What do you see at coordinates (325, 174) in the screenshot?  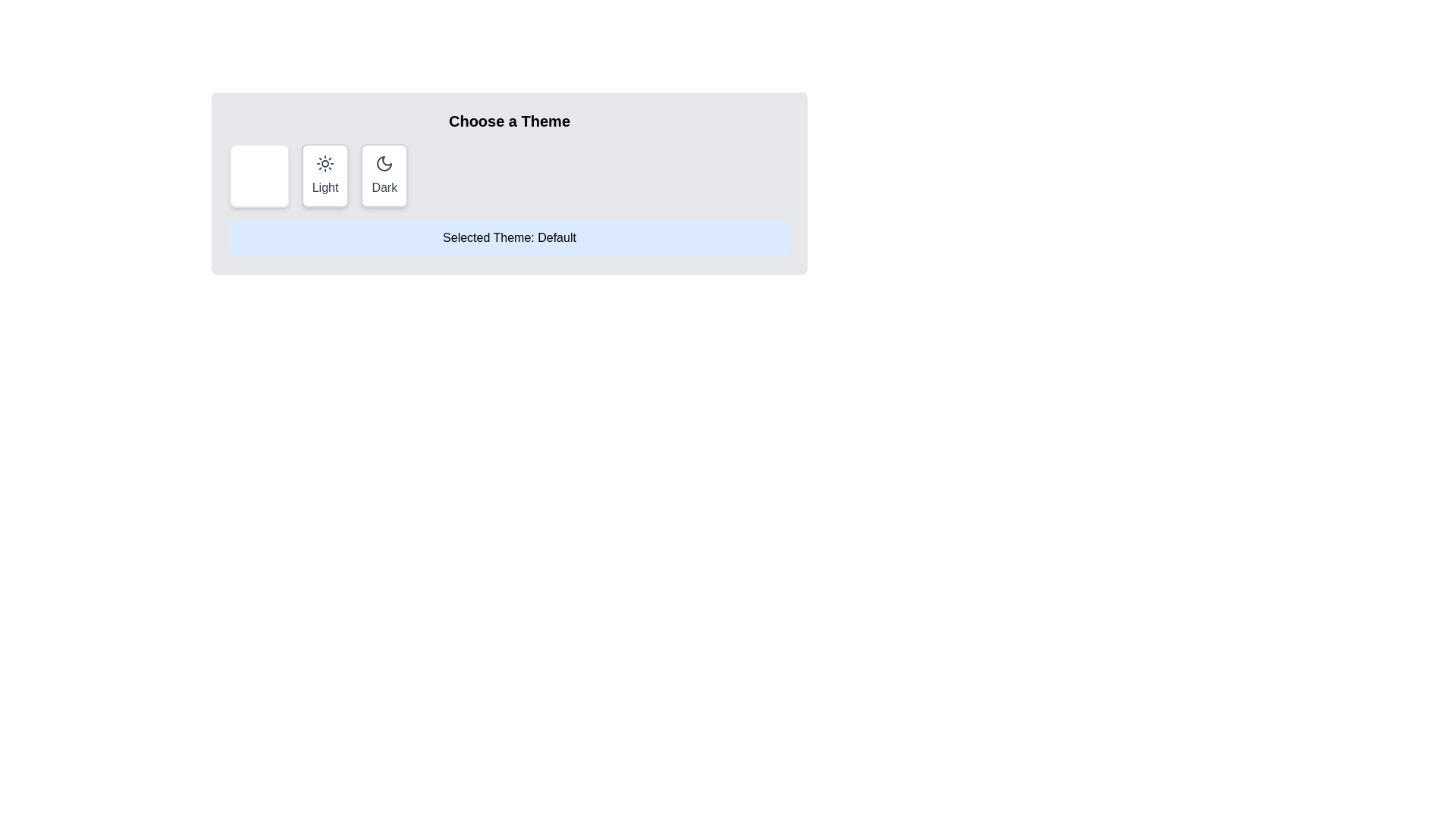 I see `the 'Light' theme button, which is a rectangular button with rounded corners and a sun icon above the text 'Light', located centrally between the 'Default' and 'Dark' buttons` at bounding box center [325, 174].